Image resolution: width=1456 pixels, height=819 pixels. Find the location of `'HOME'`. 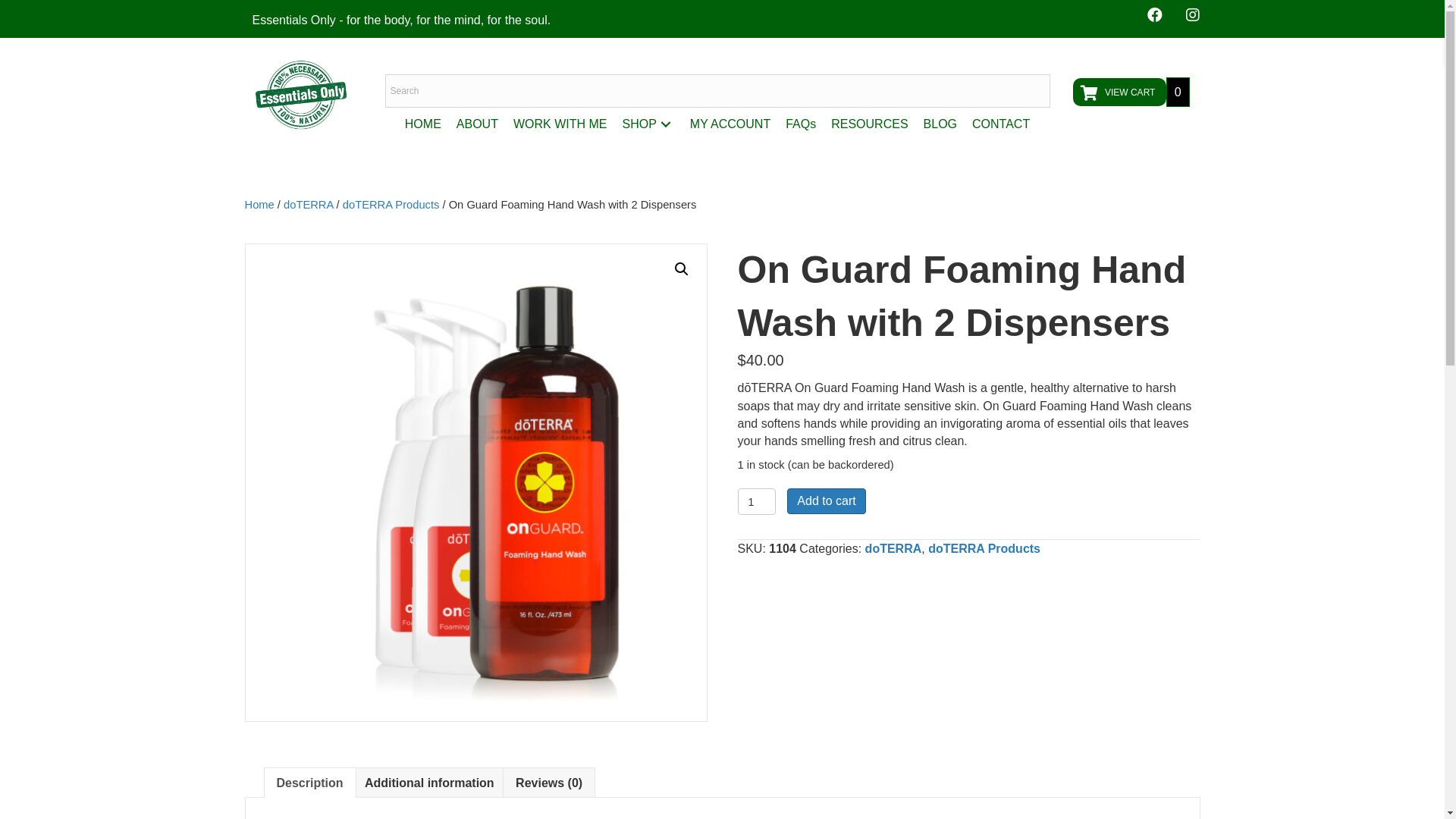

'HOME' is located at coordinates (422, 123).